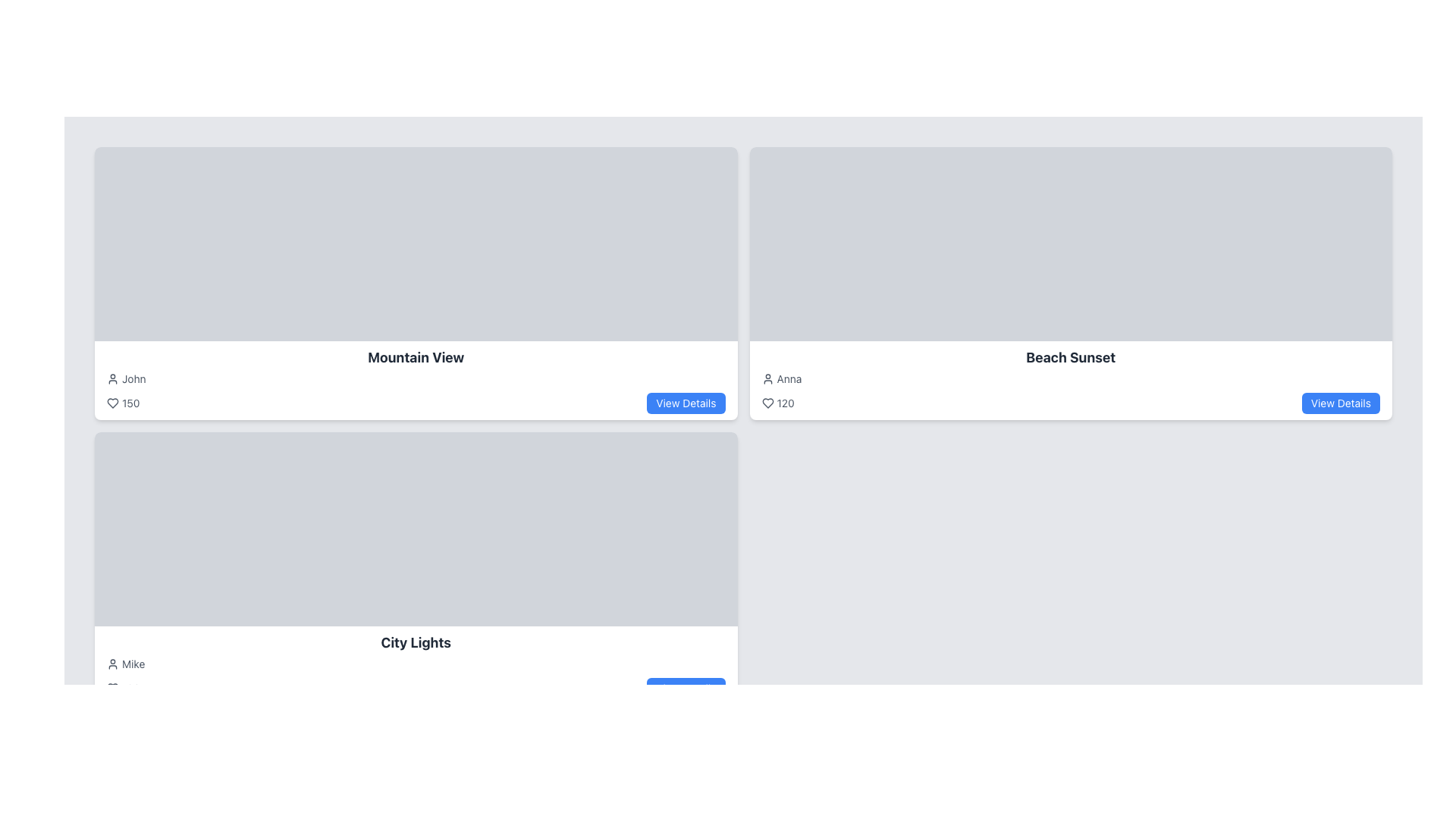 The height and width of the screenshot is (819, 1456). What do you see at coordinates (1341, 403) in the screenshot?
I see `the button located at the bottom right corner of the card layout` at bounding box center [1341, 403].